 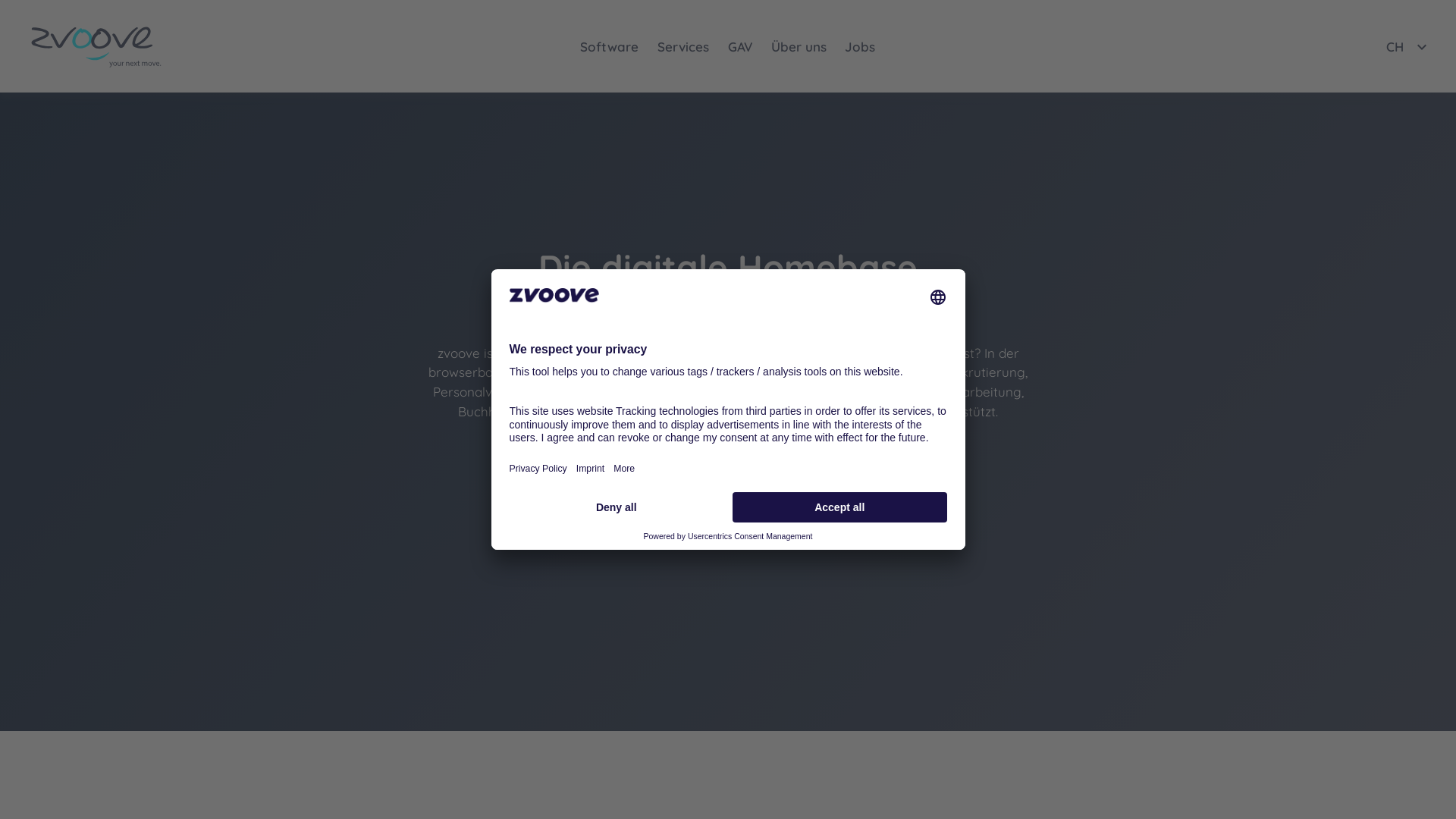 I want to click on 'Services entdecken', so click(x=814, y=458).